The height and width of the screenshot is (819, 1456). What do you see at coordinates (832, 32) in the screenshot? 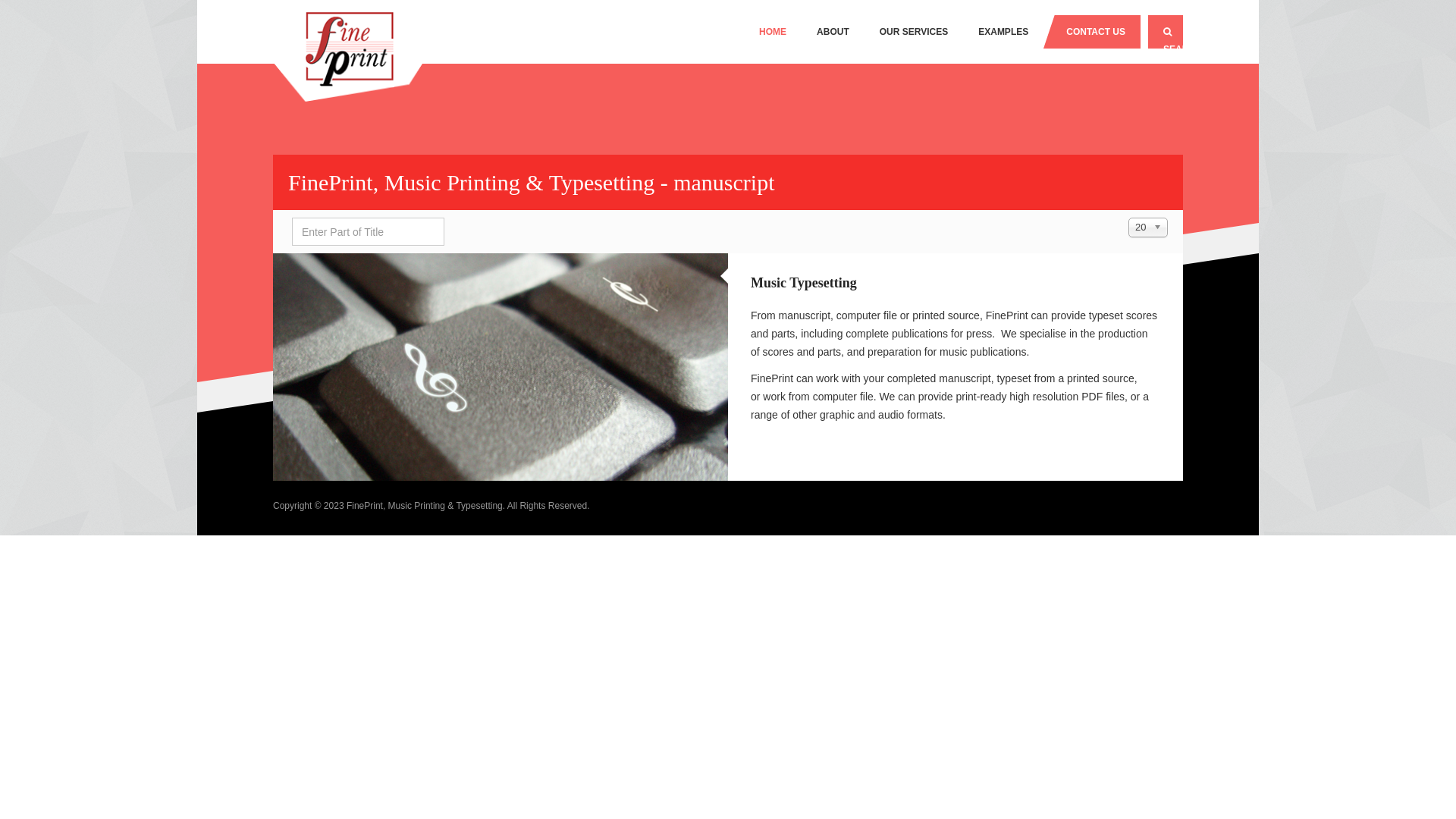
I see `'ABOUT'` at bounding box center [832, 32].